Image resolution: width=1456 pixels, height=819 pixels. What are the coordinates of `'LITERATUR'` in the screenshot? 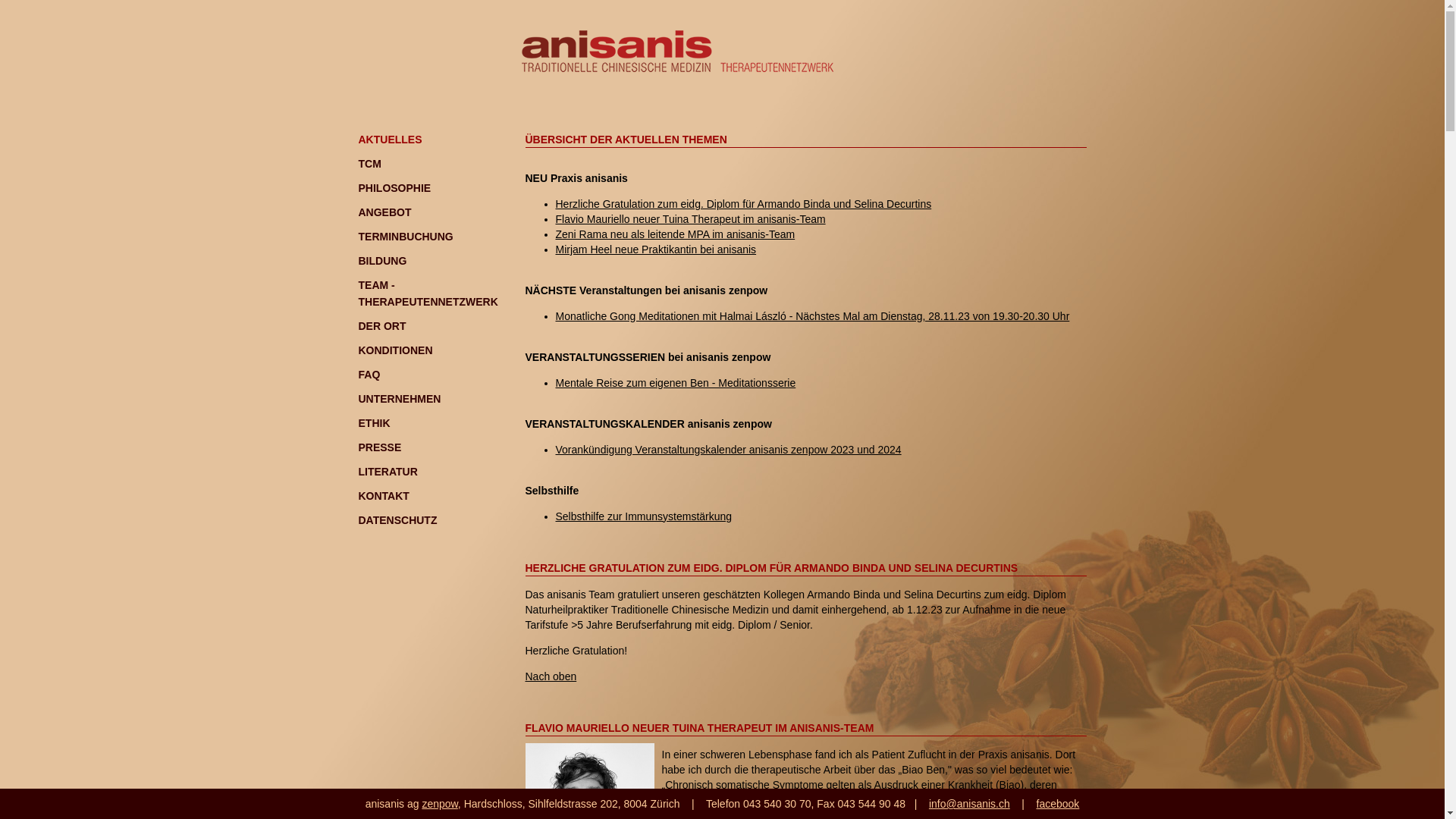 It's located at (356, 470).